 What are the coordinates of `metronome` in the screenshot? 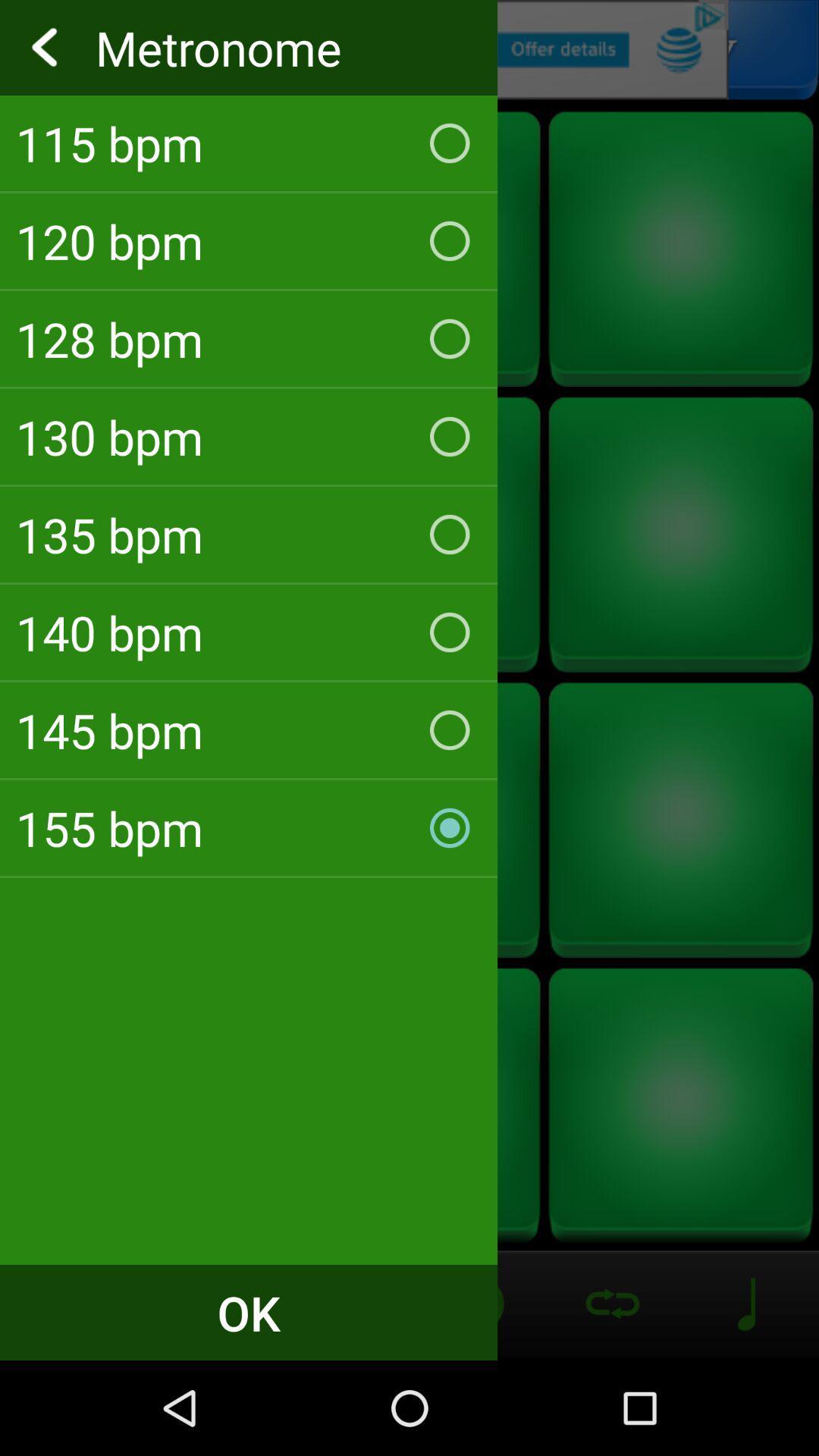 It's located at (409, 49).